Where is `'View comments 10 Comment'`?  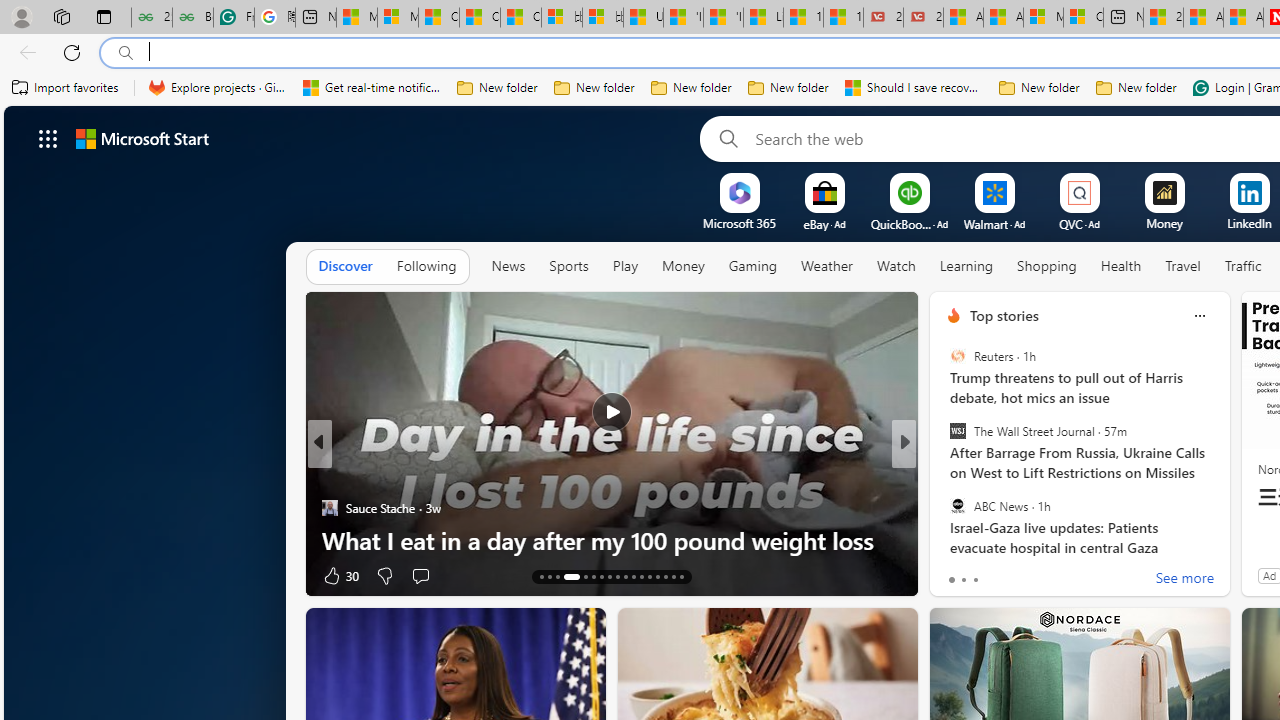
'View comments 10 Comment' is located at coordinates (1036, 575).